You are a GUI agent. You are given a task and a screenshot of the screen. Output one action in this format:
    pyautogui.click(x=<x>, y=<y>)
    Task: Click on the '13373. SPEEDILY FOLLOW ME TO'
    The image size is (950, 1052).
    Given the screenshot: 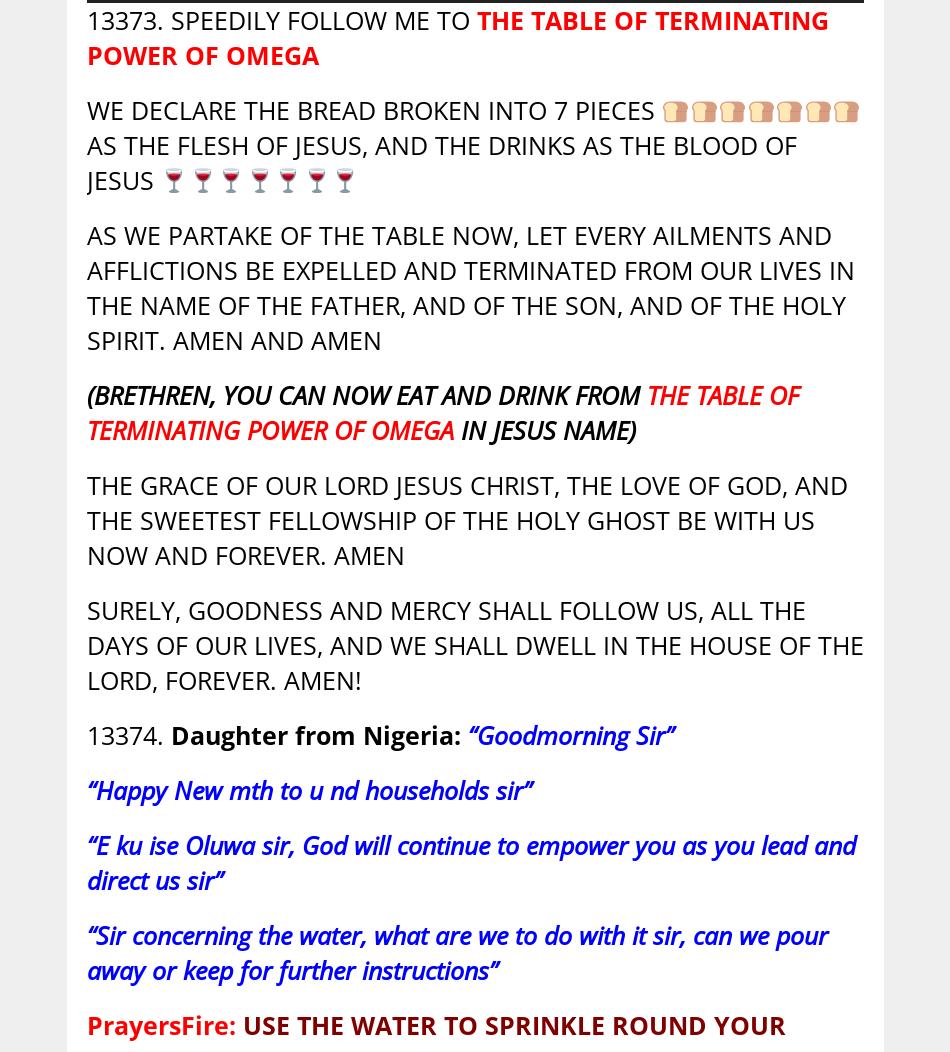 What is the action you would take?
    pyautogui.click(x=85, y=19)
    